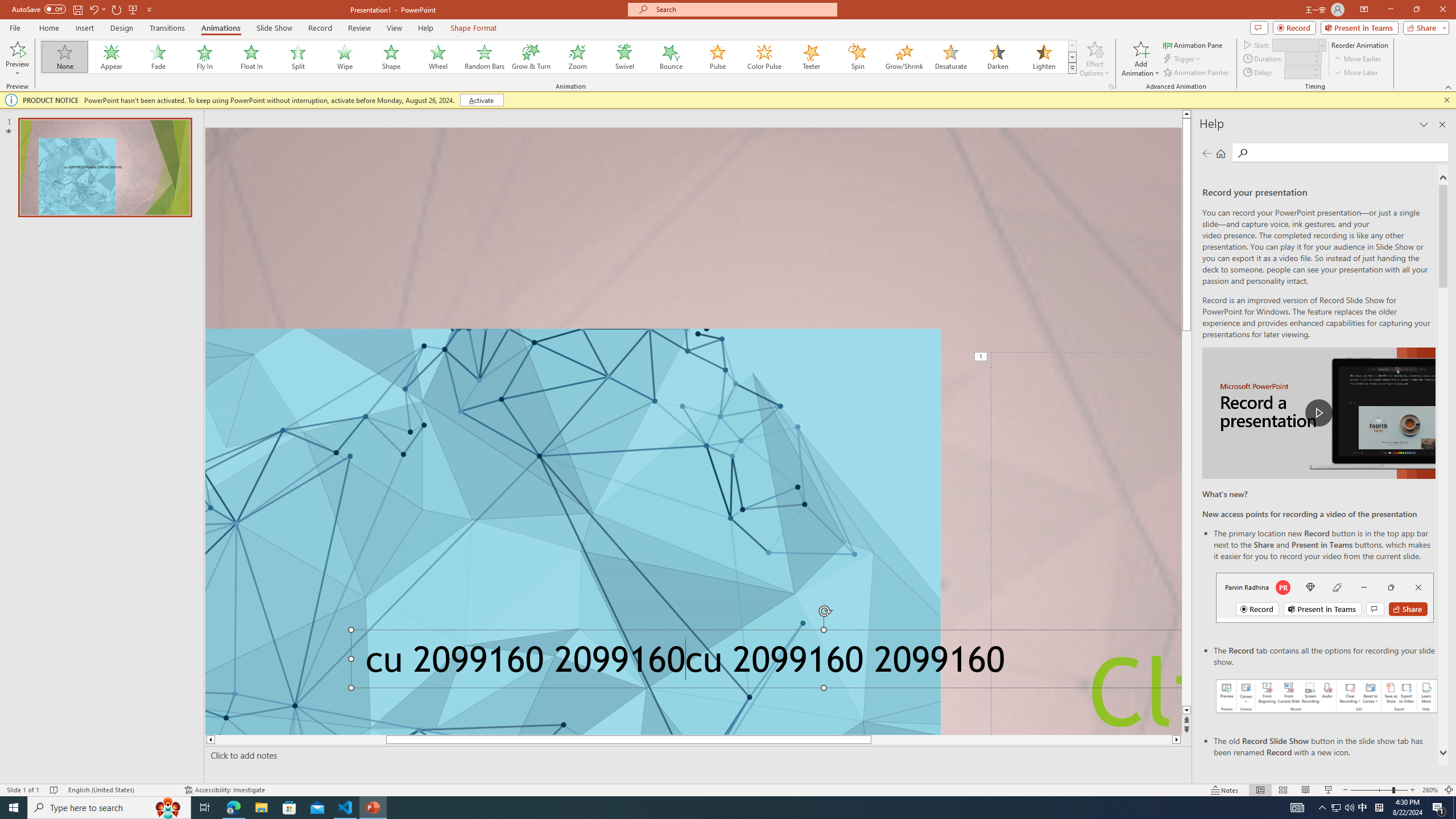 This screenshot has width=1456, height=819. Describe the element at coordinates (531, 56) in the screenshot. I see `'Grow & Turn'` at that location.